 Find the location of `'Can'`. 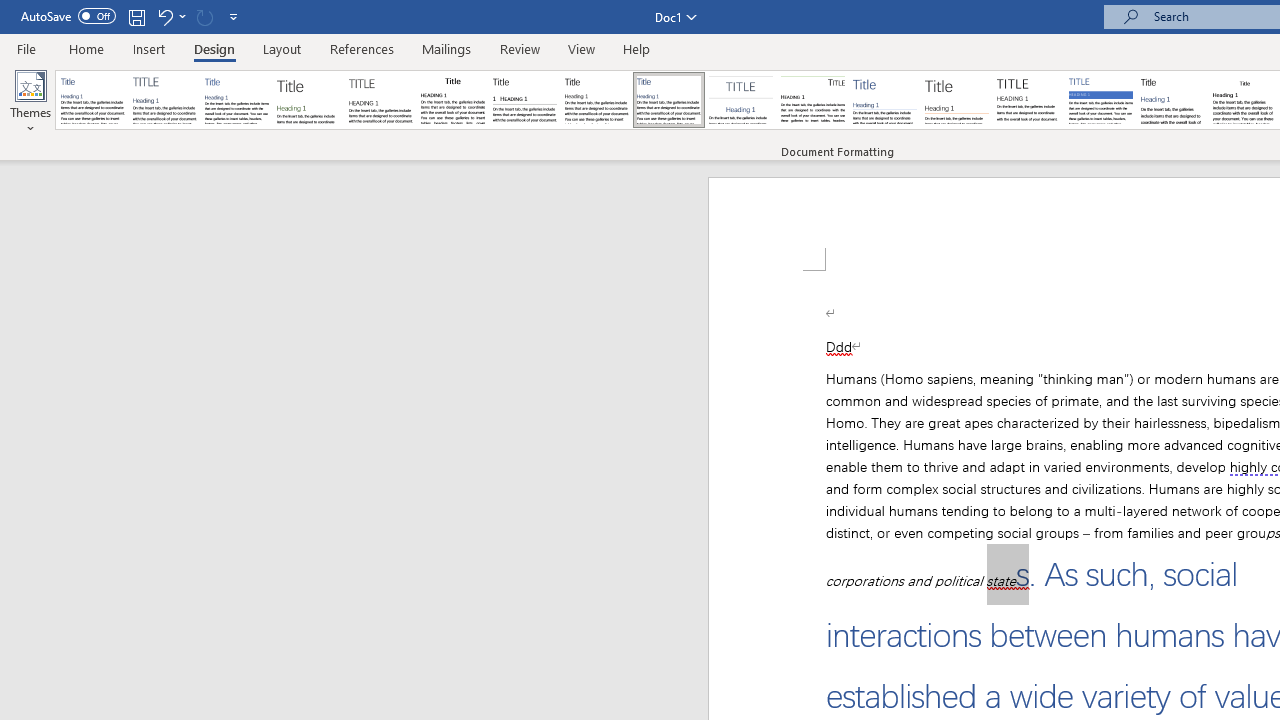

'Can' is located at coordinates (204, 16).